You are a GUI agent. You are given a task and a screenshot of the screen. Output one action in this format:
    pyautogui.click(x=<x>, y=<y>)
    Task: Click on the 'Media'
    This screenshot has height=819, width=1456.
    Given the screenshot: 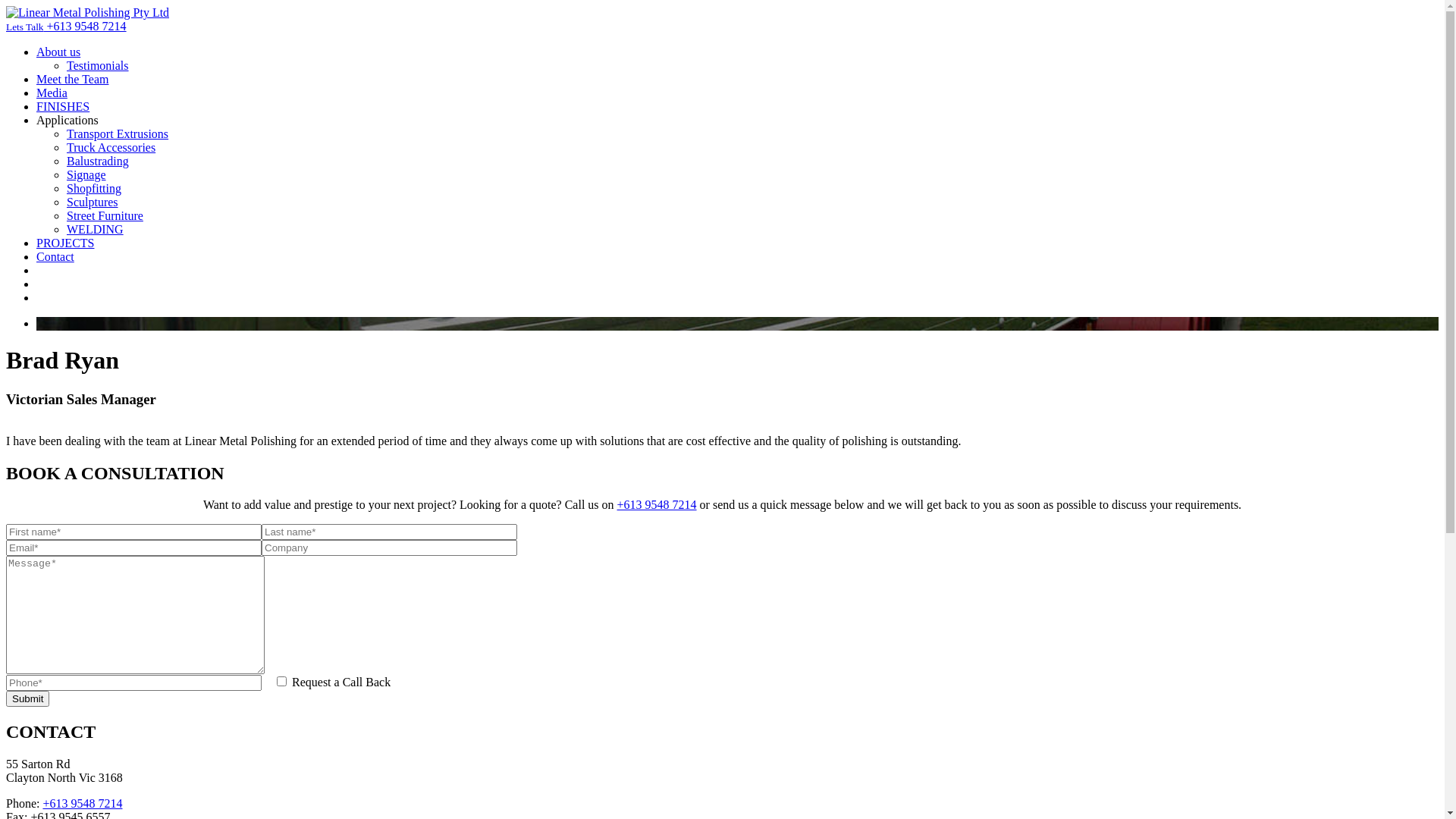 What is the action you would take?
    pyautogui.click(x=52, y=93)
    